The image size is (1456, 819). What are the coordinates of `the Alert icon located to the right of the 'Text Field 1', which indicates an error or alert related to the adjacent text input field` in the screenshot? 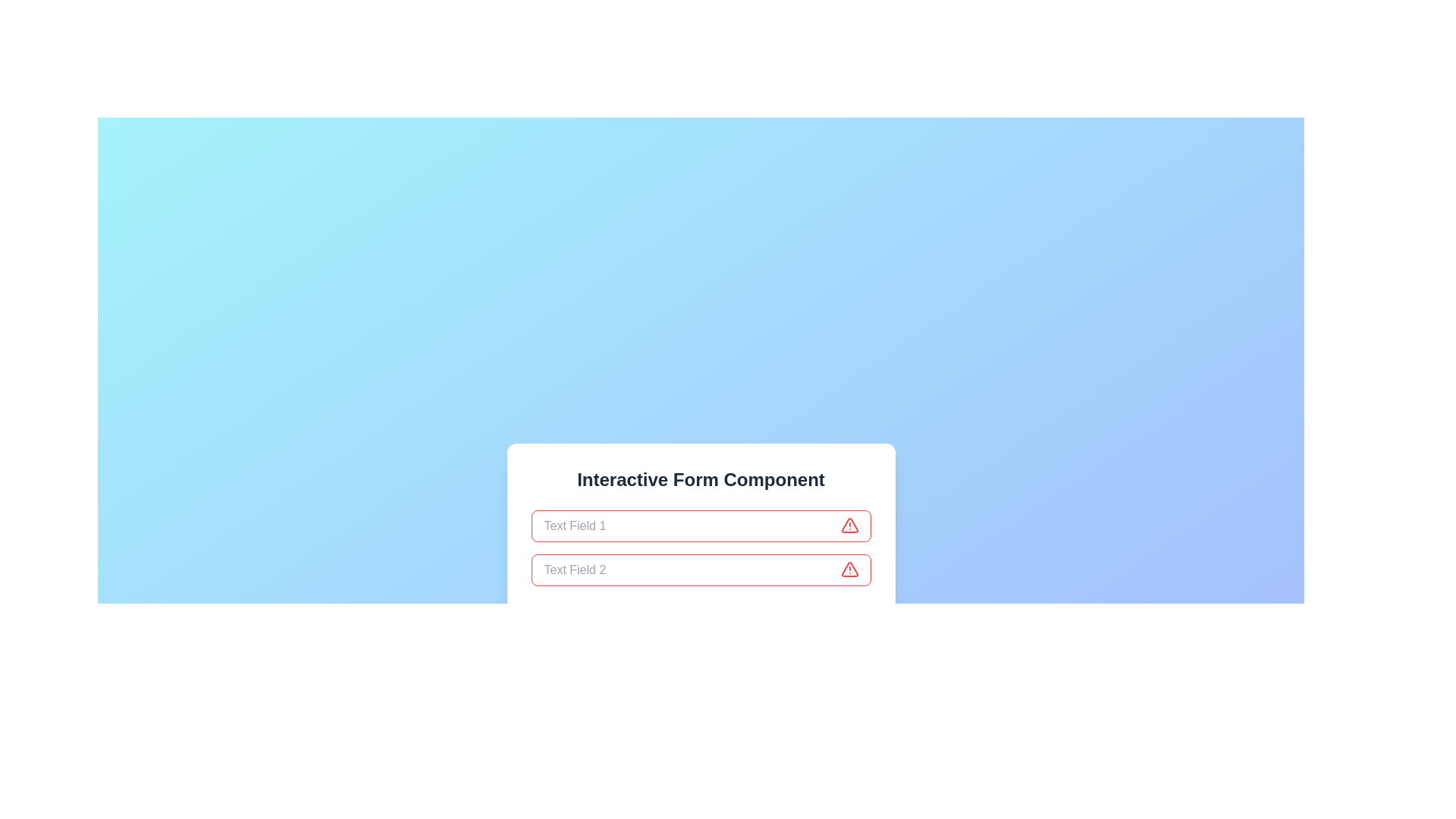 It's located at (849, 525).